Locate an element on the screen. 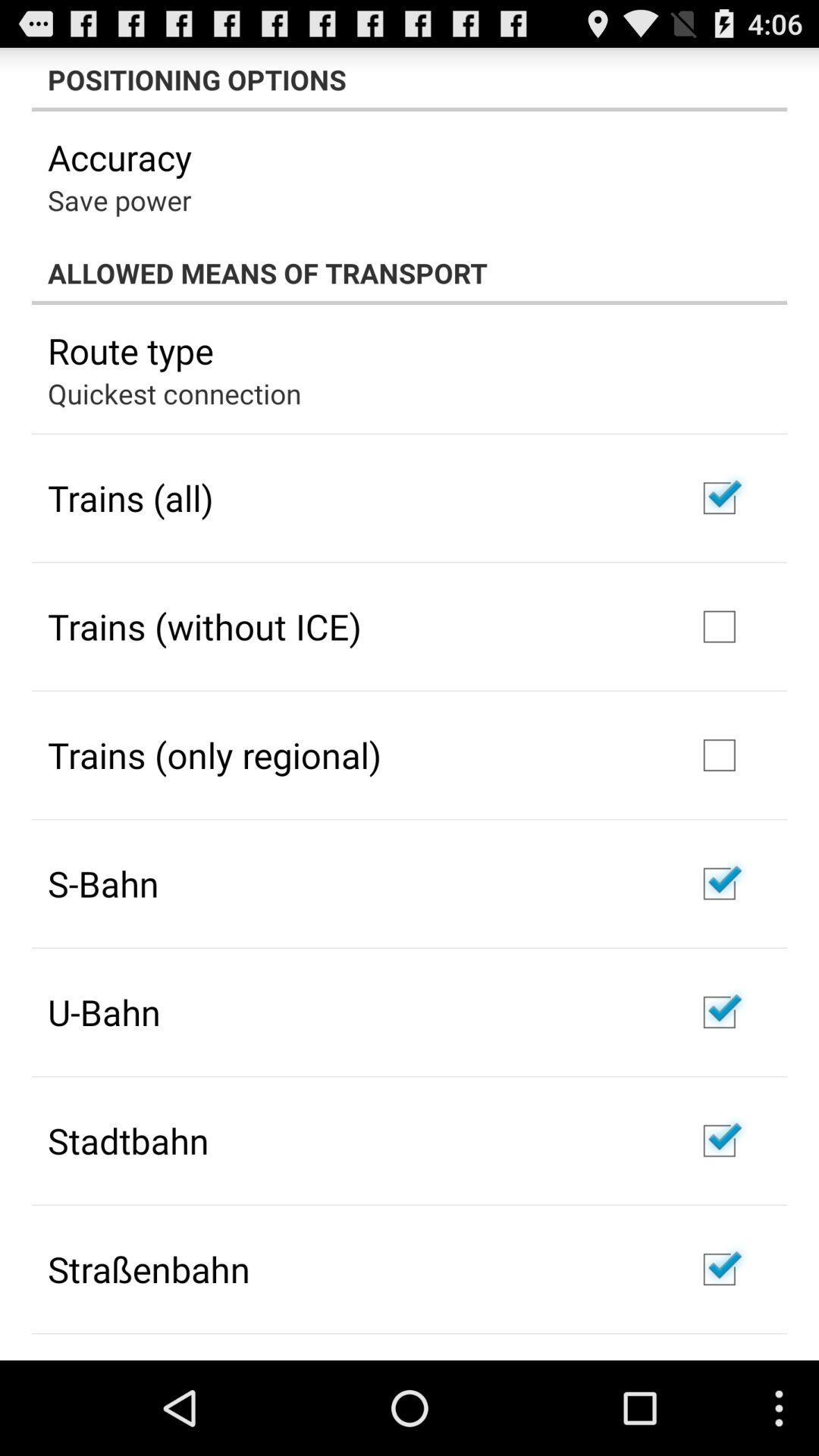 This screenshot has width=819, height=1456. the app below trains (without ice) app is located at coordinates (215, 755).